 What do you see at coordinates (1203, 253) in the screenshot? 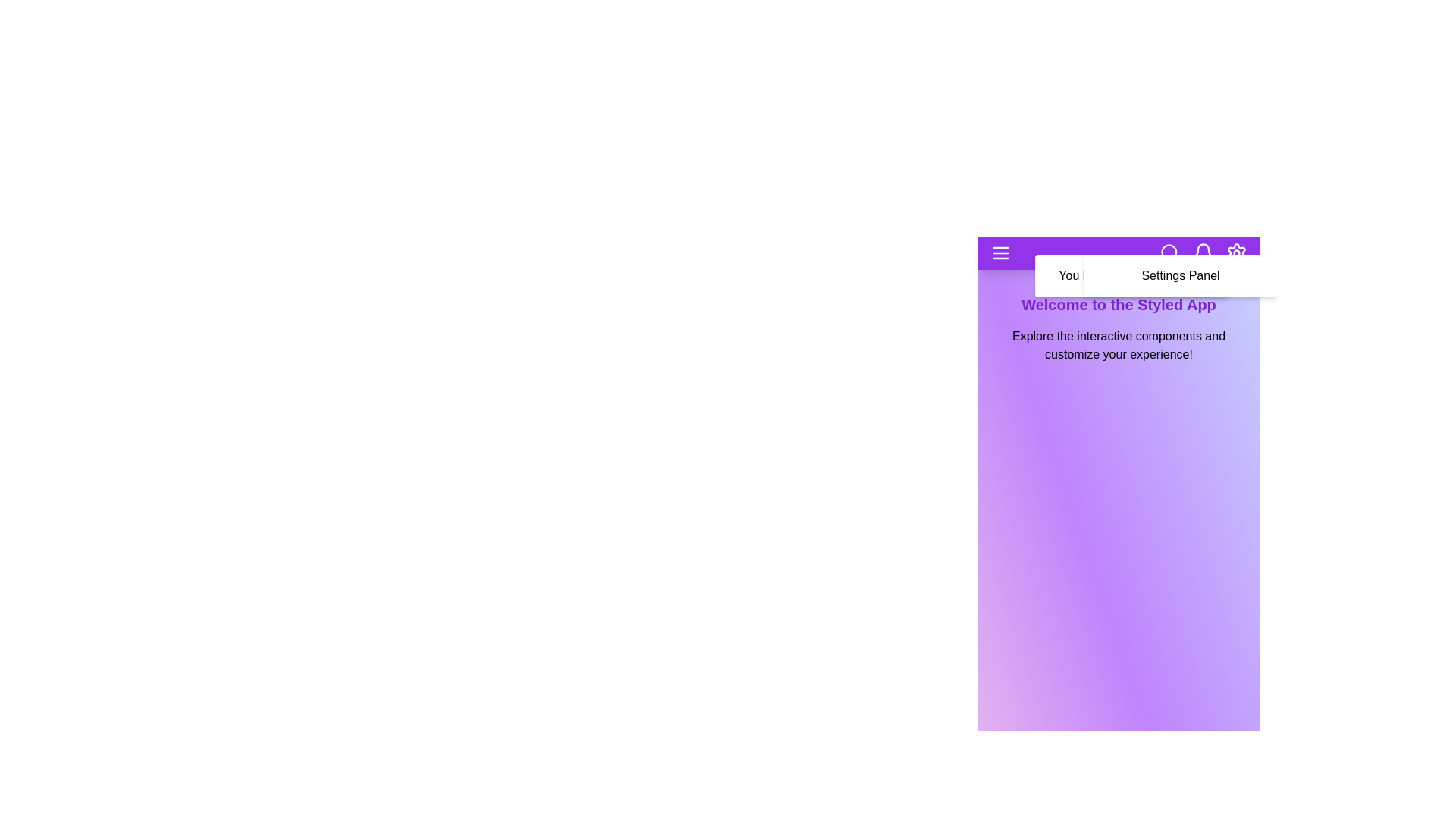
I see `the bell icon to toggle the notifications panel` at bounding box center [1203, 253].